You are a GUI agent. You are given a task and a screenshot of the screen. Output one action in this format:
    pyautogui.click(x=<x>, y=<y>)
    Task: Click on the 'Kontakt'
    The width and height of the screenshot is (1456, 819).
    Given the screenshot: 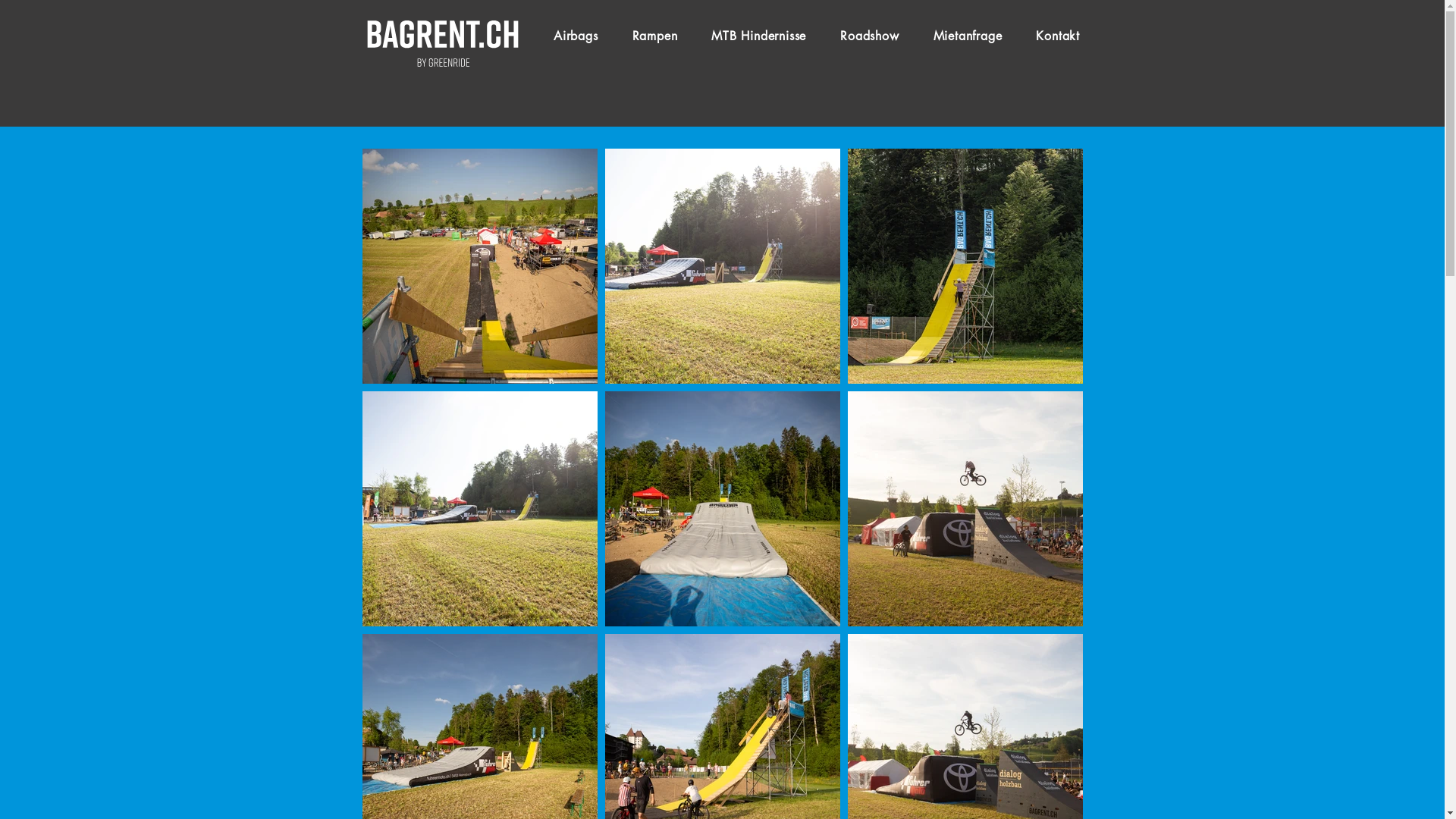 What is the action you would take?
    pyautogui.click(x=1057, y=35)
    